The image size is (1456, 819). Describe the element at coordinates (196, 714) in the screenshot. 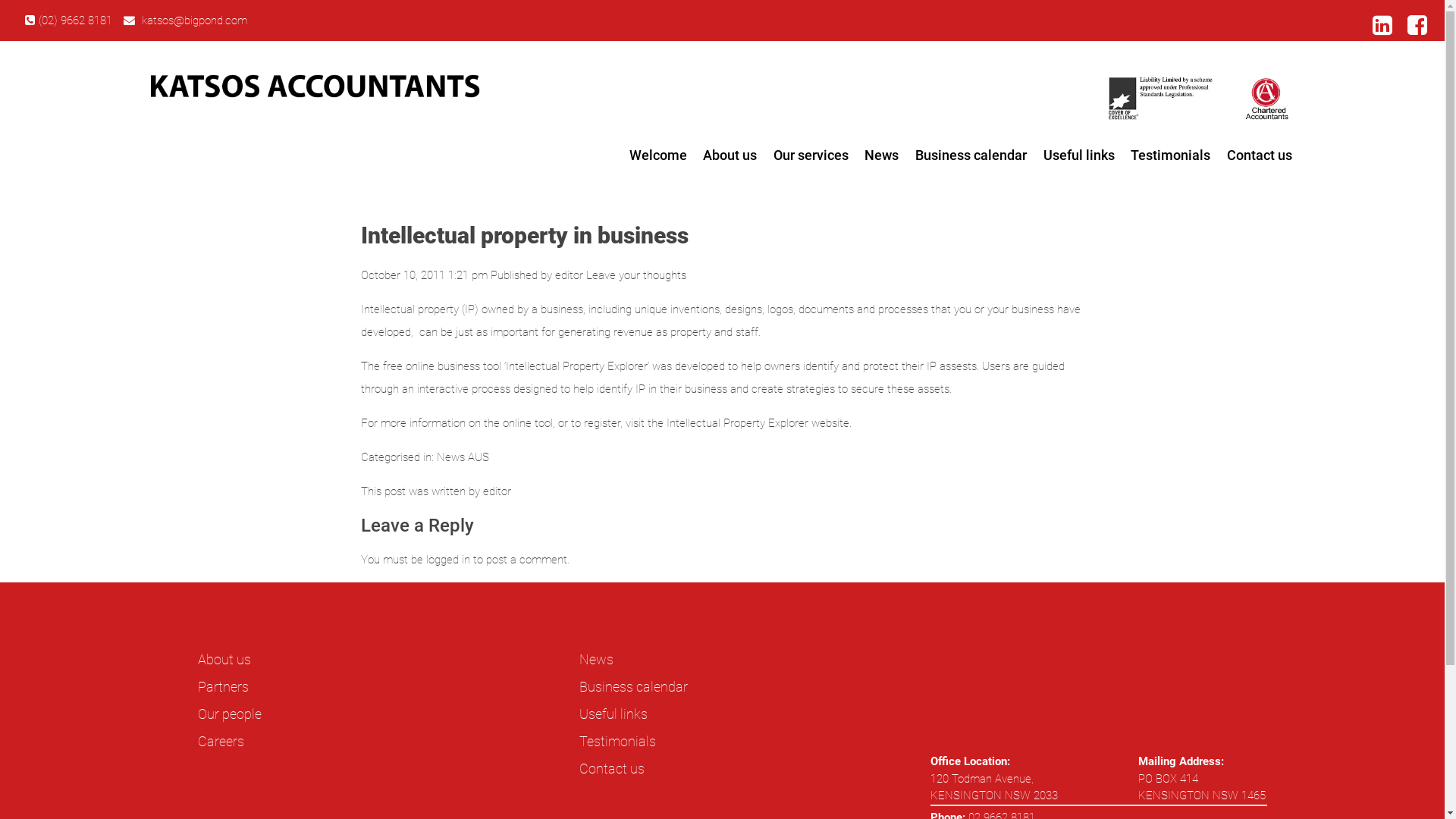

I see `'Our people'` at that location.